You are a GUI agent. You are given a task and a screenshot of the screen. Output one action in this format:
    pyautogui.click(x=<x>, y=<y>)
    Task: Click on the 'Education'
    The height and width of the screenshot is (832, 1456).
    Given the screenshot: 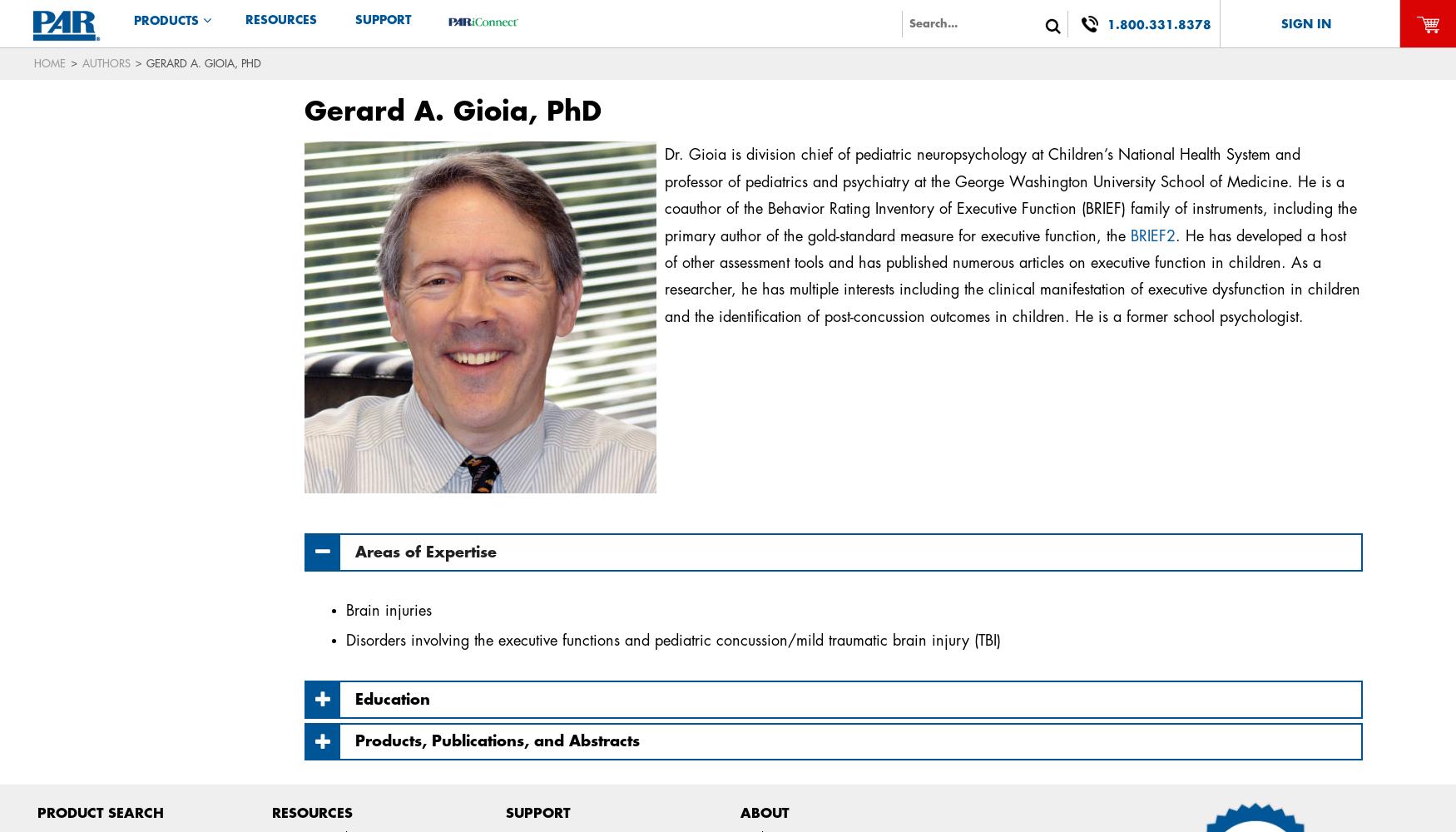 What is the action you would take?
    pyautogui.click(x=392, y=698)
    